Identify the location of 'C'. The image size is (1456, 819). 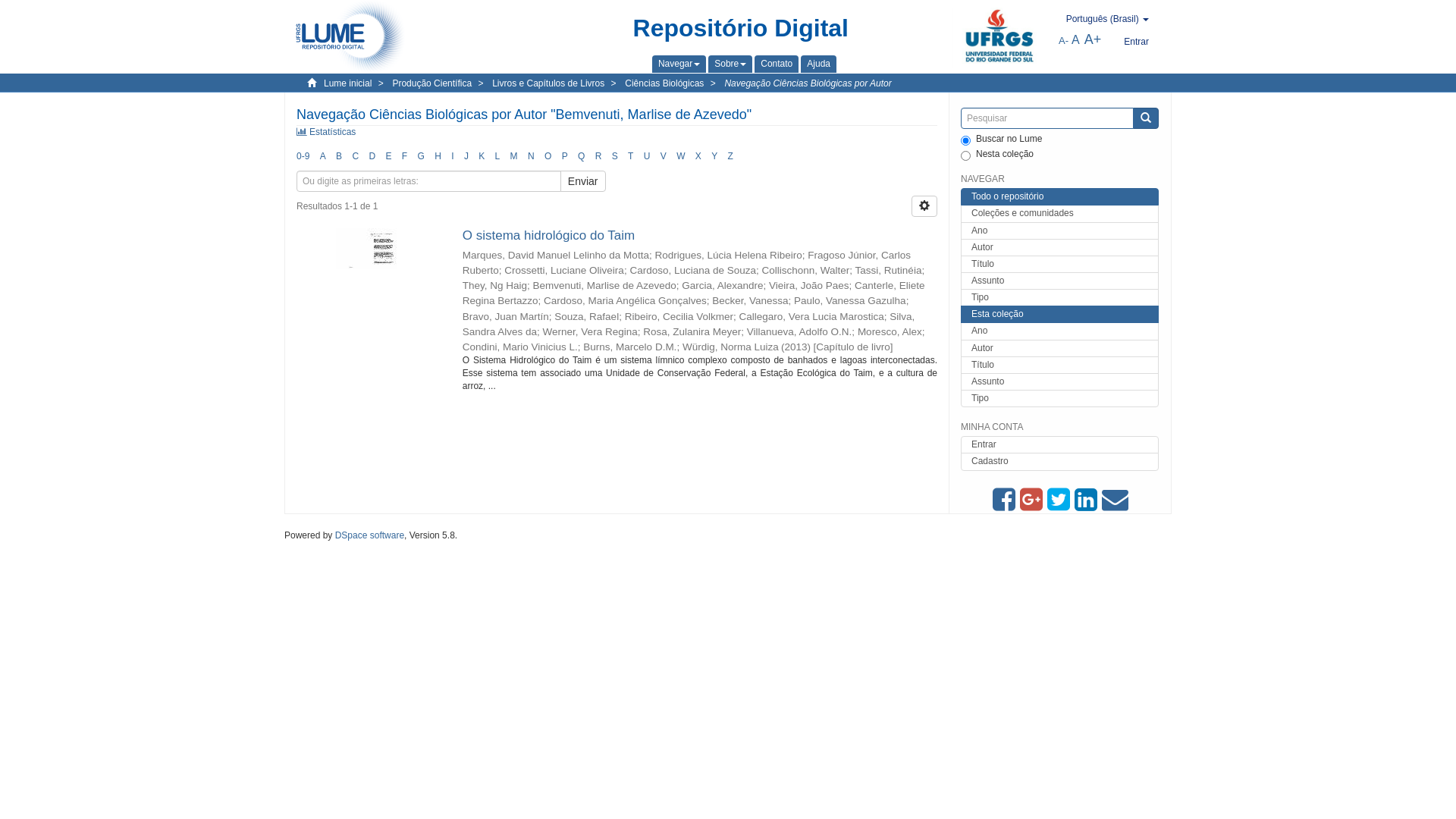
(354, 155).